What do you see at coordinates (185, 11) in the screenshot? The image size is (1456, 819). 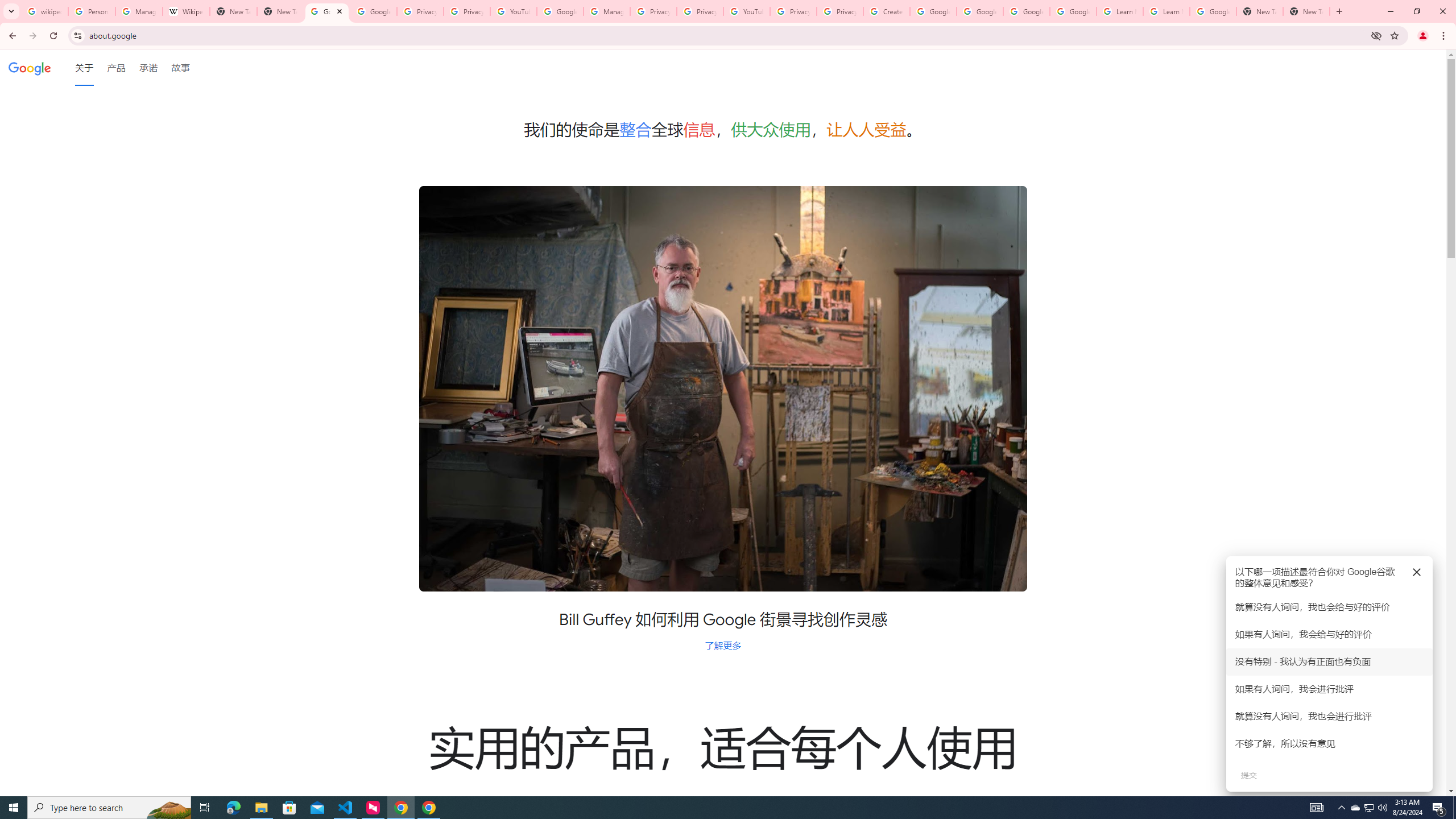 I see `'Wikipedia:Edit requests - Wikipedia'` at bounding box center [185, 11].